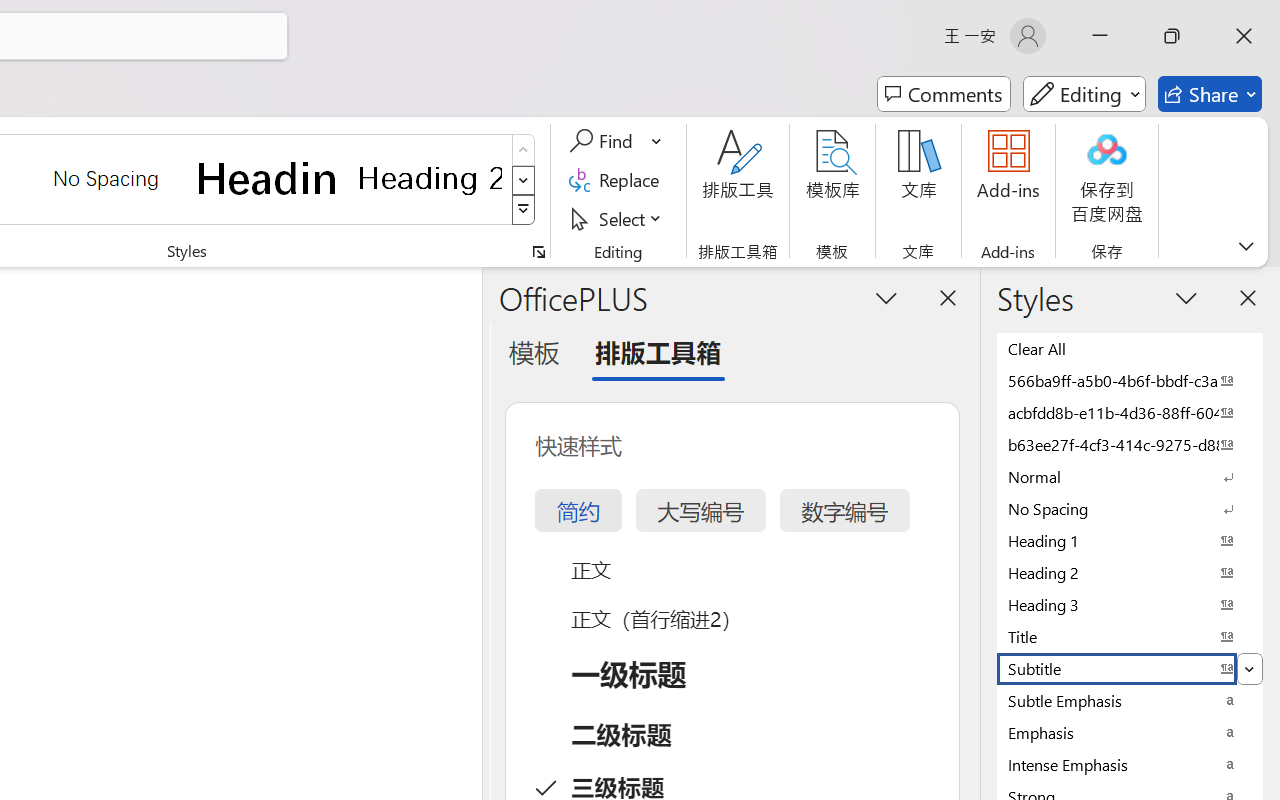 The image size is (1280, 800). I want to click on 'acbfdd8b-e11b-4d36-88ff-6049b138f862', so click(1130, 412).